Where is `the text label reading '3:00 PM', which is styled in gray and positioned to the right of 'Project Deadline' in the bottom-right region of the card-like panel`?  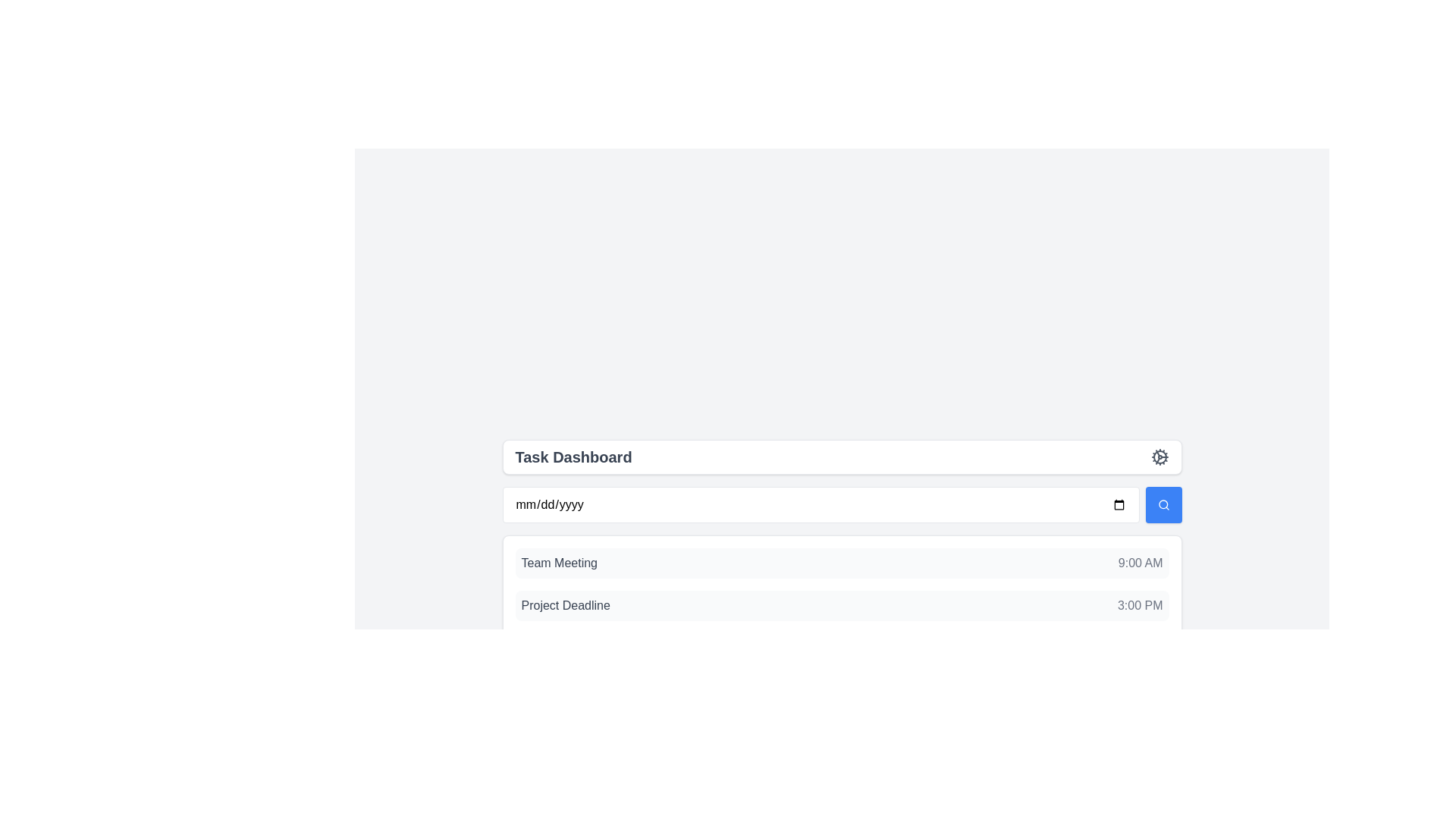
the text label reading '3:00 PM', which is styled in gray and positioned to the right of 'Project Deadline' in the bottom-right region of the card-like panel is located at coordinates (1140, 604).